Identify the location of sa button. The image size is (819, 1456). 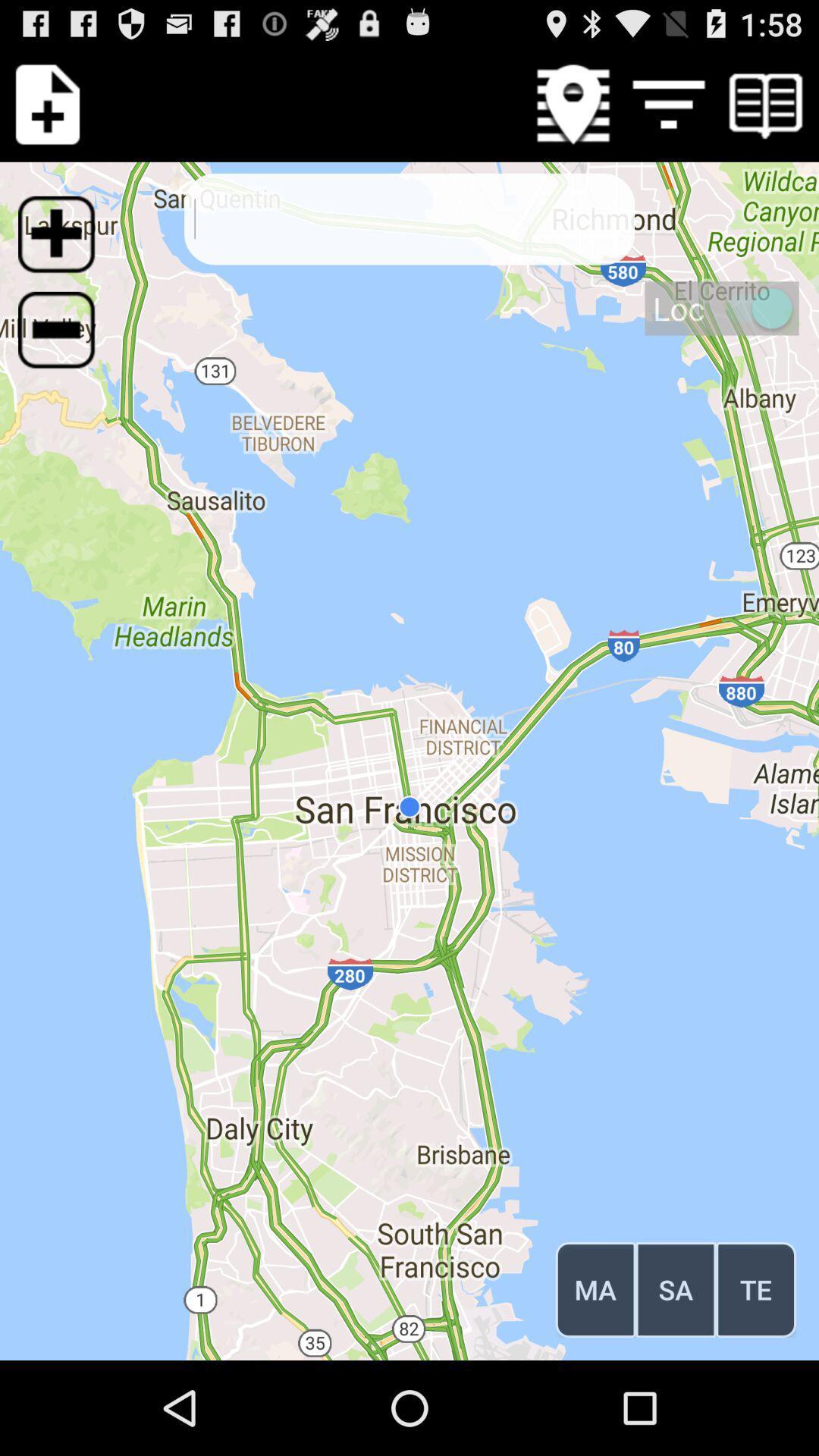
(675, 1288).